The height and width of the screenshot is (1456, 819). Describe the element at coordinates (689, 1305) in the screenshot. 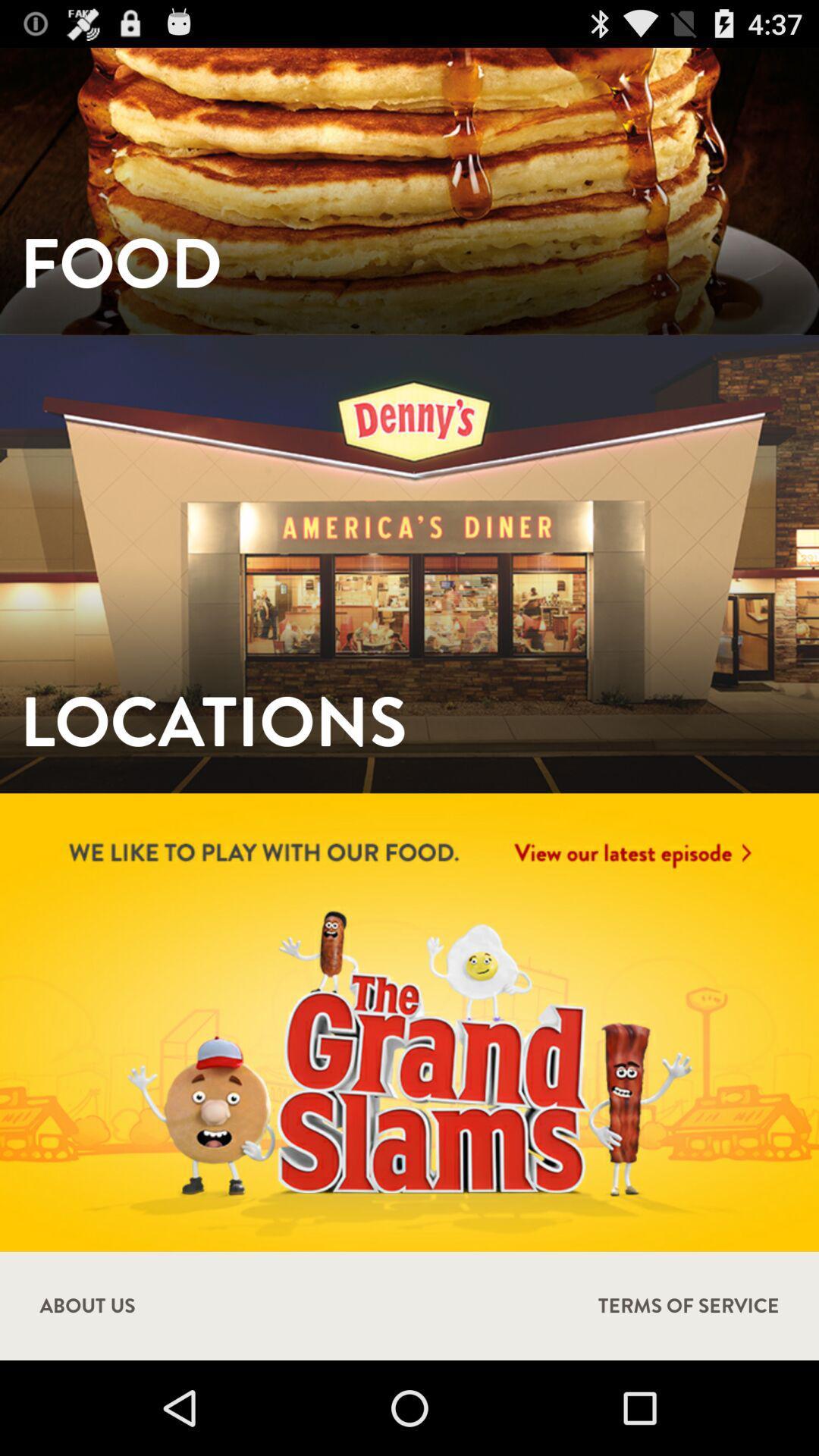

I see `the item to the right of about us icon` at that location.